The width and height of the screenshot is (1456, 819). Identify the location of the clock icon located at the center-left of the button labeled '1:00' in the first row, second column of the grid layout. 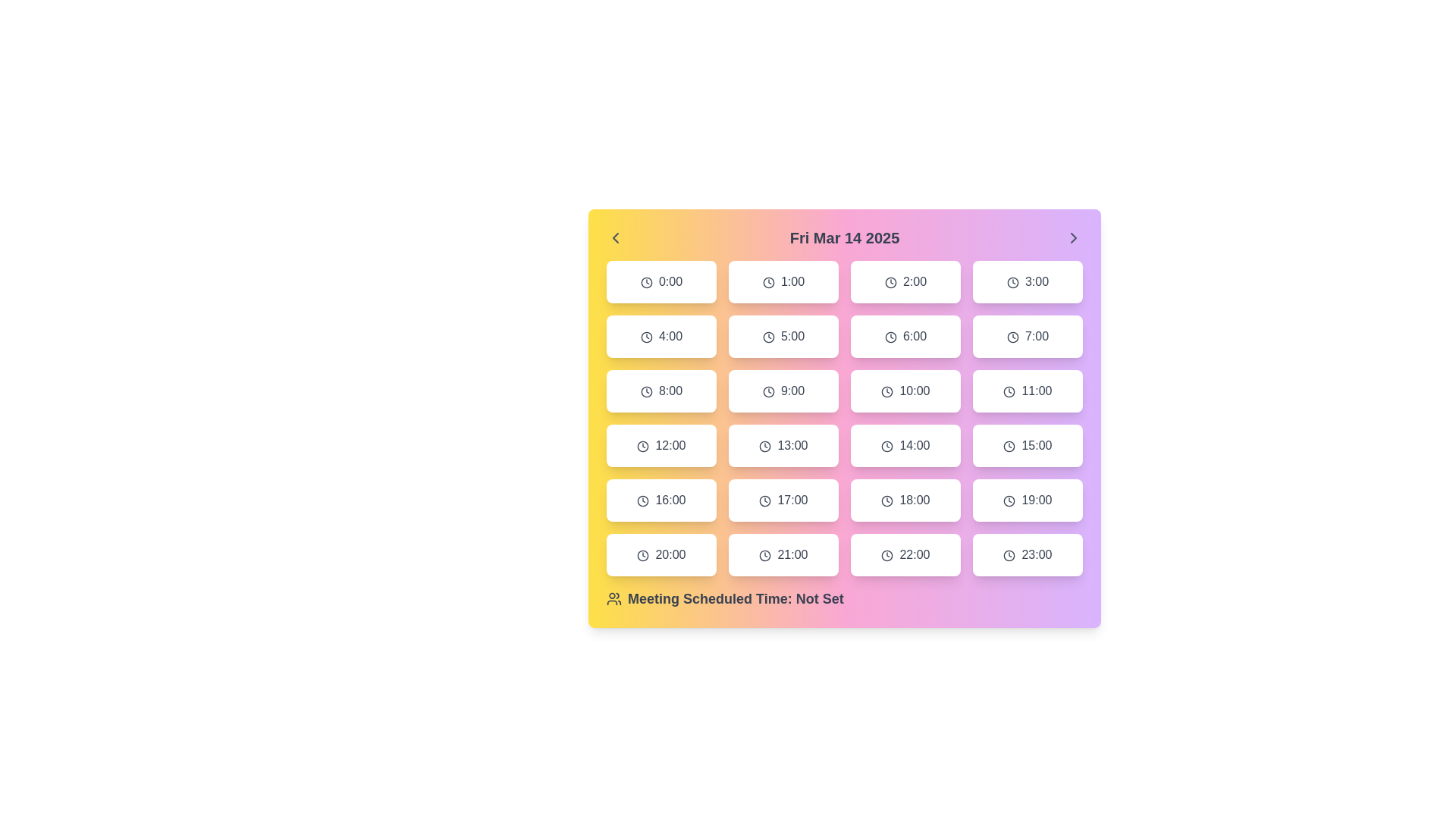
(768, 282).